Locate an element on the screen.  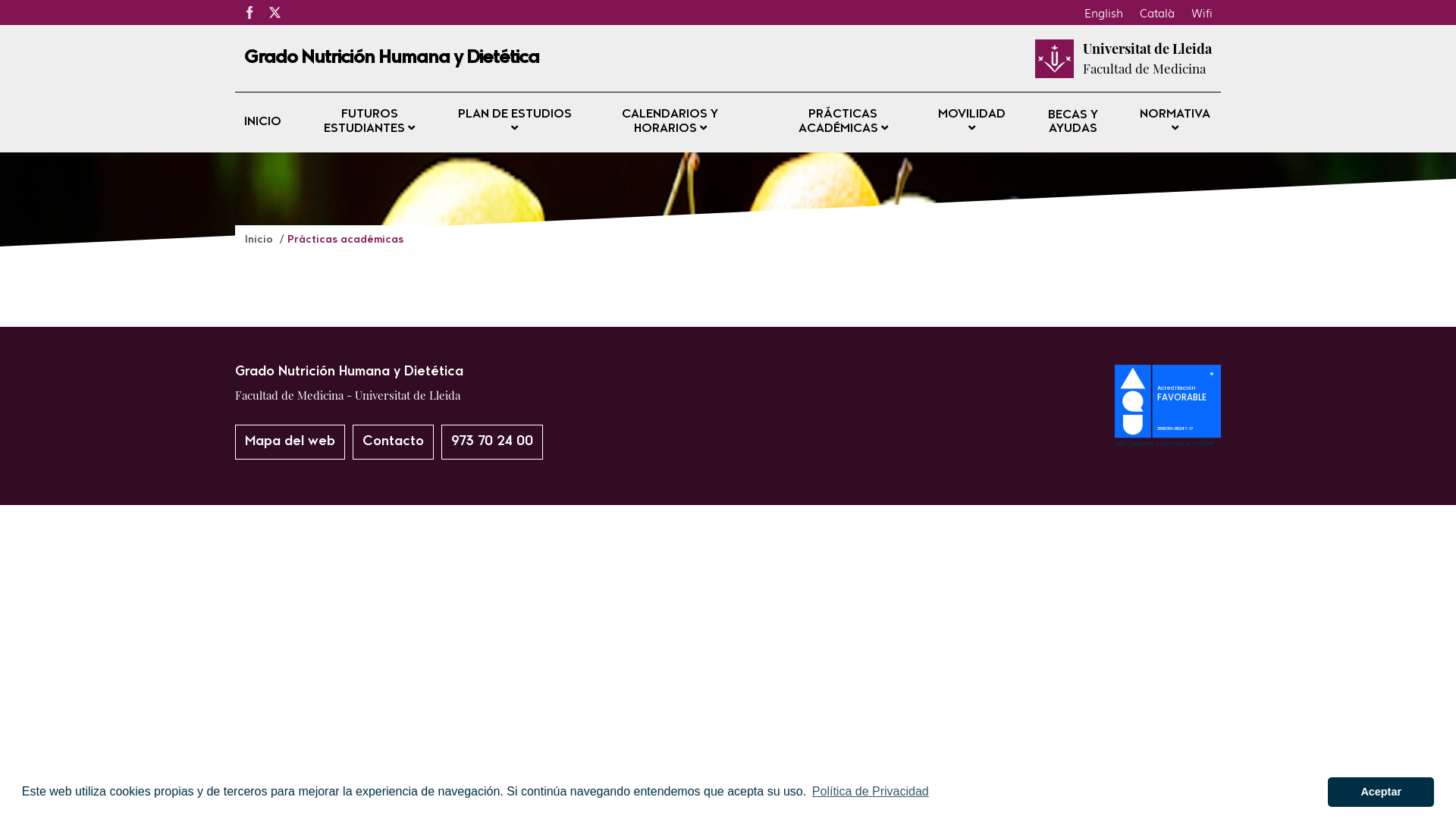
'Universitat de Lleida is located at coordinates (1082, 58).